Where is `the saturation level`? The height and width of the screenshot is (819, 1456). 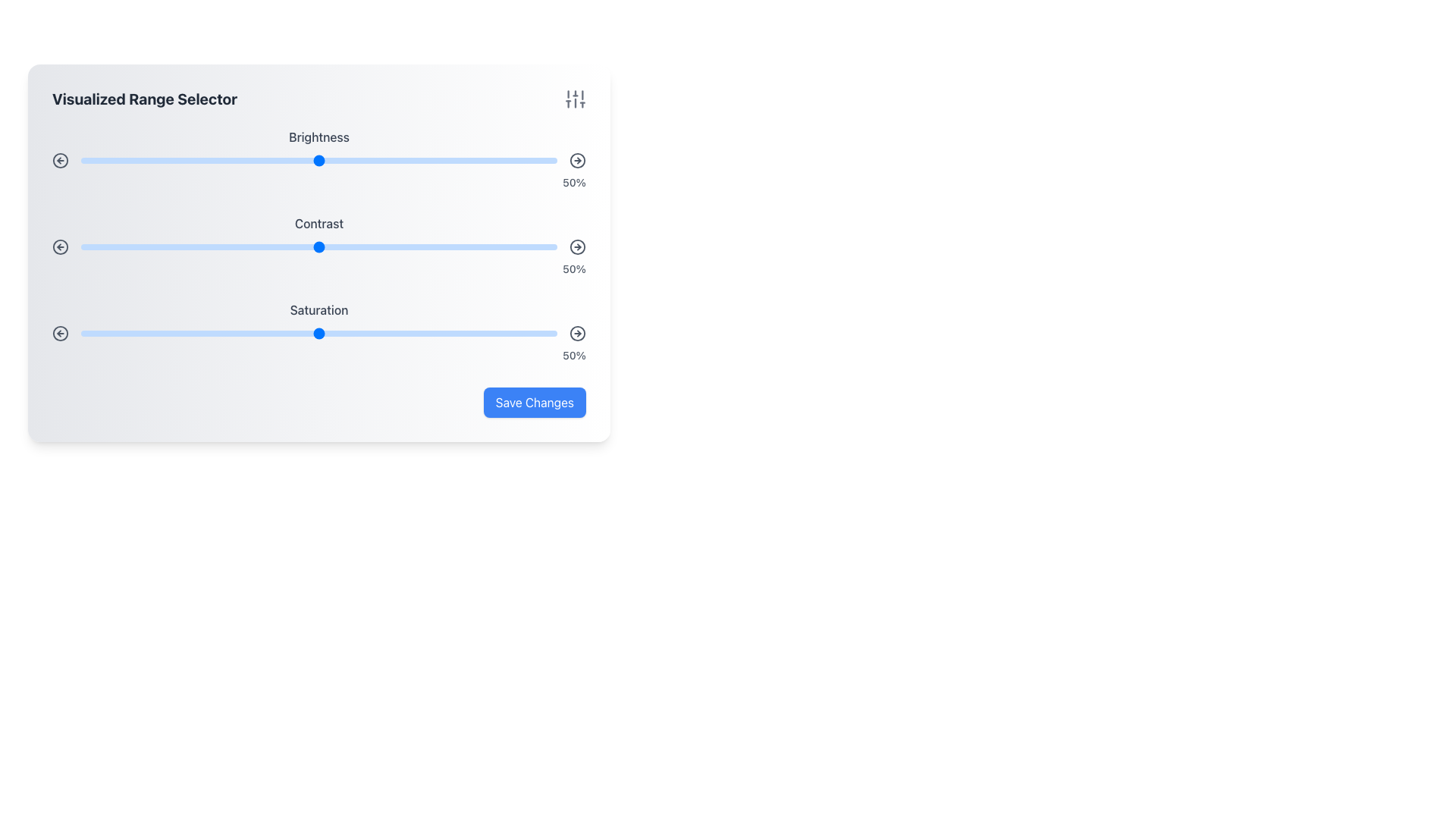
the saturation level is located at coordinates (385, 332).